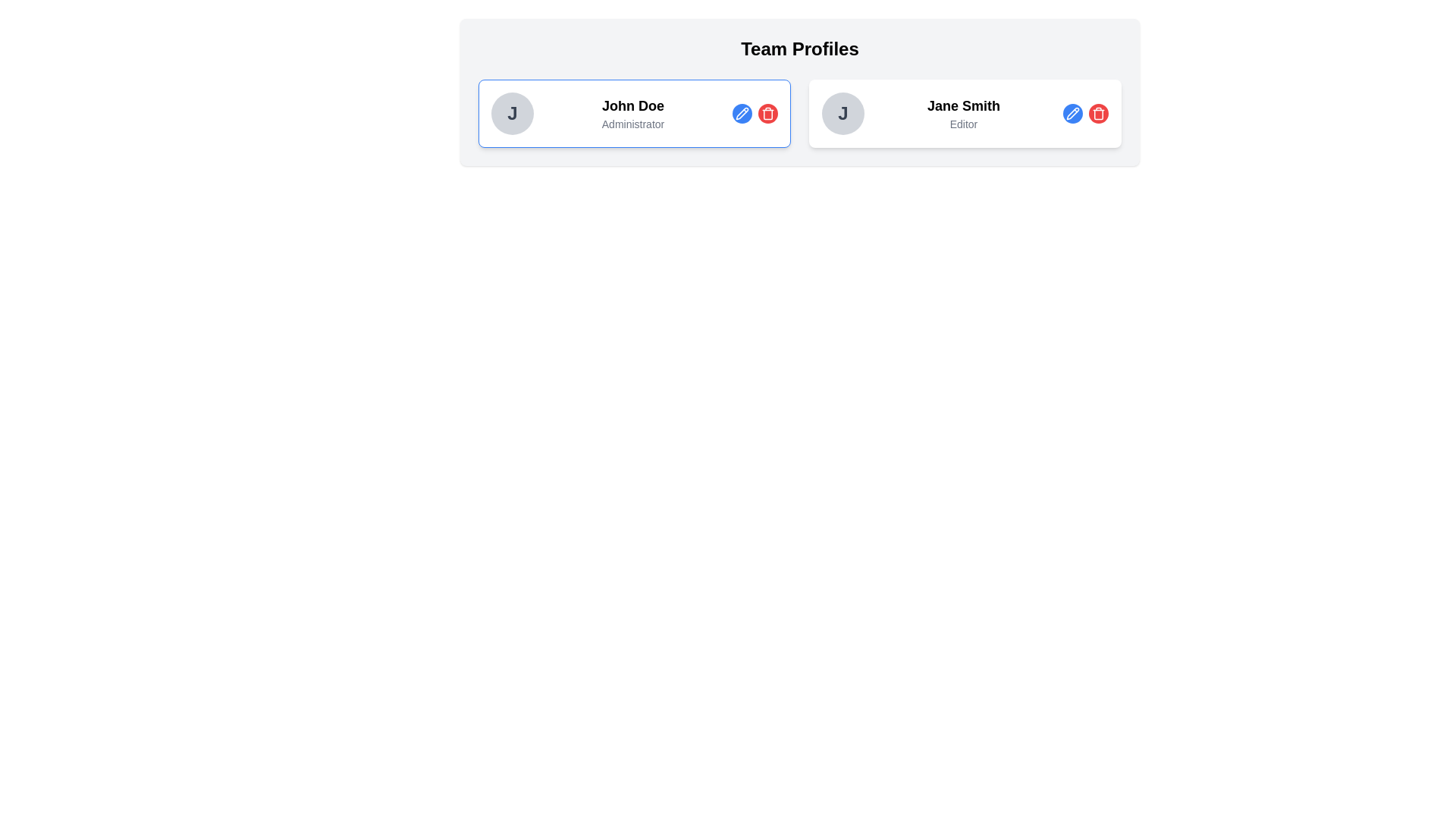 The height and width of the screenshot is (819, 1456). What do you see at coordinates (1099, 113) in the screenshot?
I see `the circular red delete button with a white trash icon located at the rightmost position of the two buttons in Jane Smith's profile card` at bounding box center [1099, 113].